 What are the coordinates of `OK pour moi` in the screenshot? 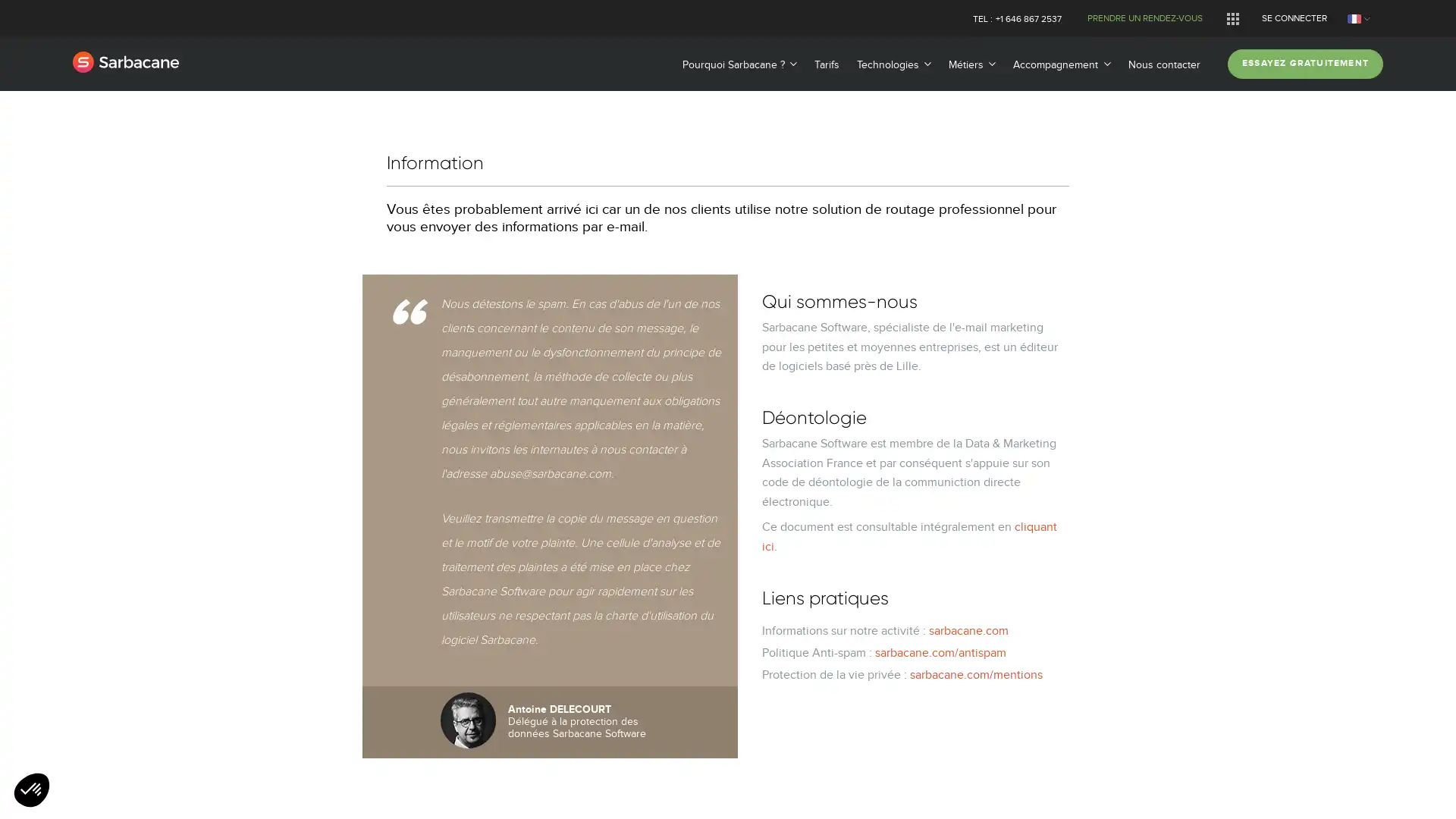 It's located at (848, 513).